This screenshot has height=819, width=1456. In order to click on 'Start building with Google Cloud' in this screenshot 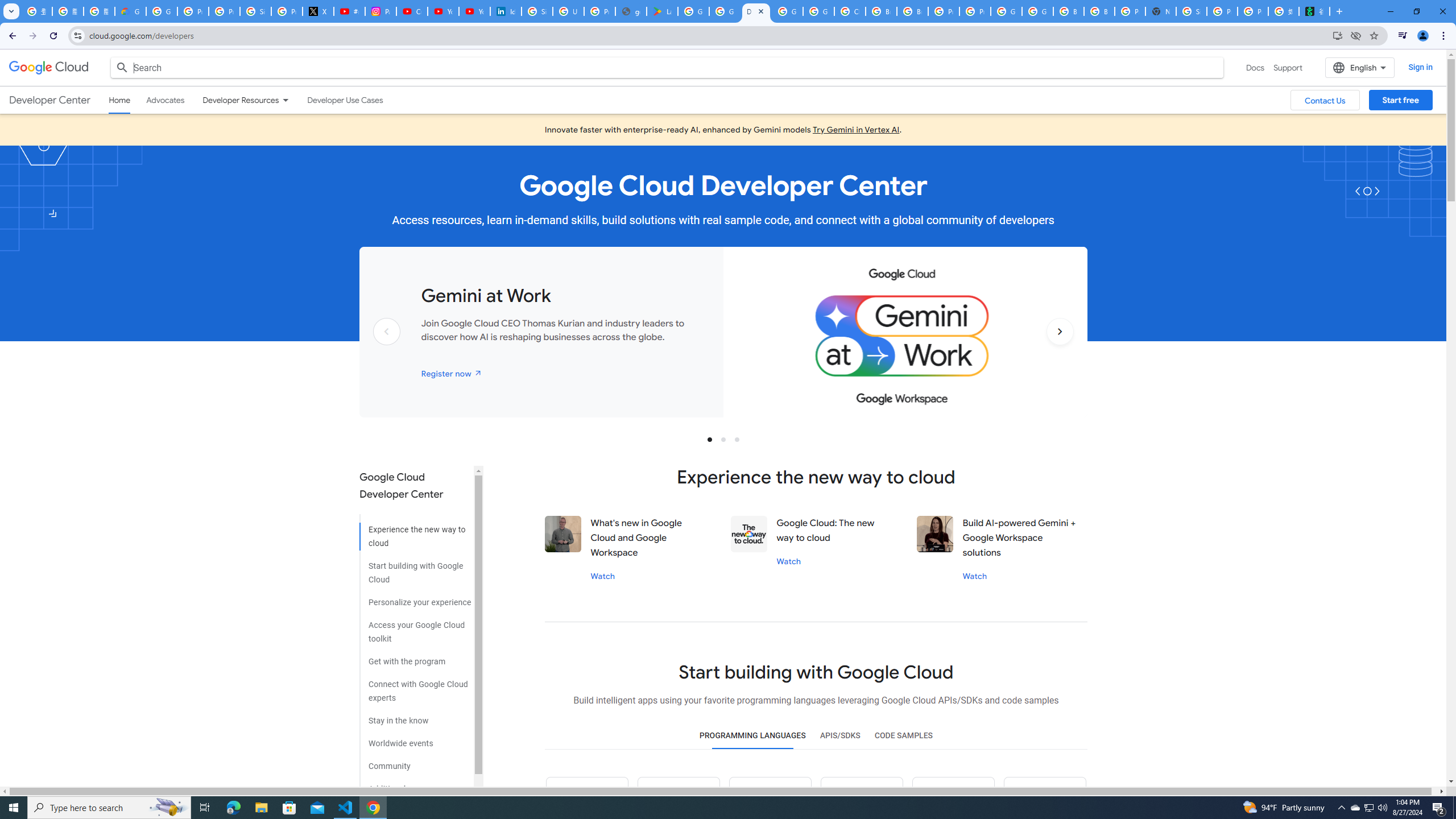, I will do `click(415, 568)`.